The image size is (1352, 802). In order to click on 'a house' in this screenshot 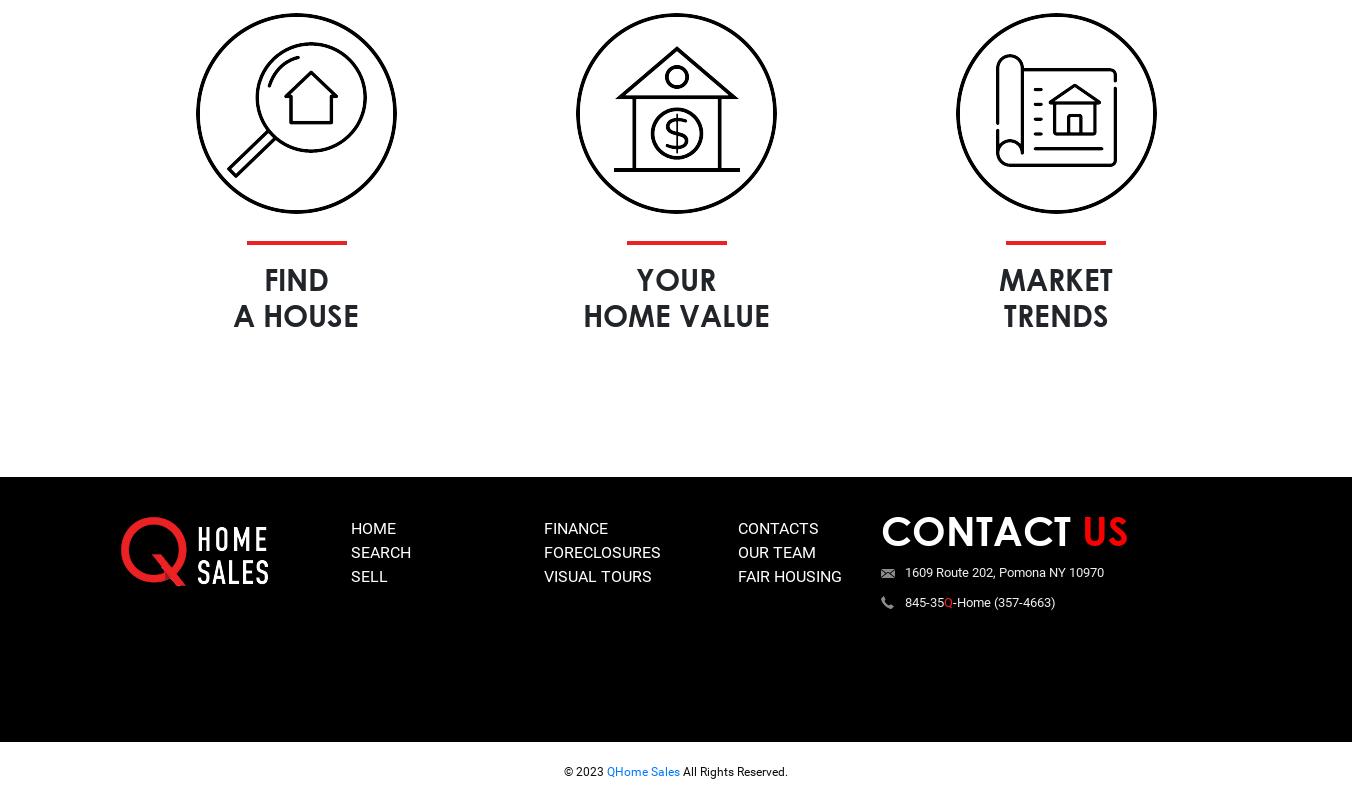, I will do `click(295, 313)`.